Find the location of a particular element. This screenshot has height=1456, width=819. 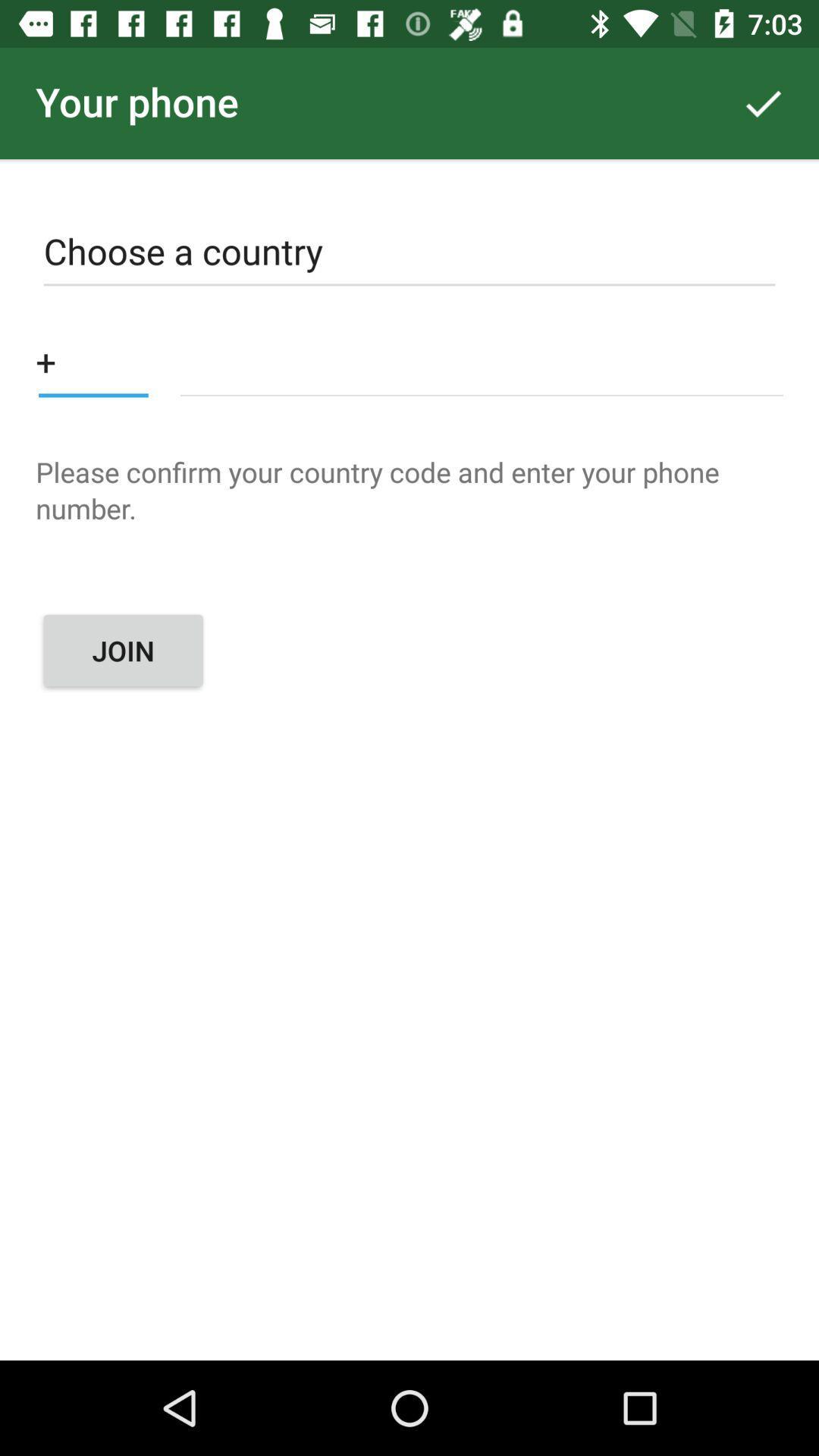

the icon on the left is located at coordinates (122, 651).